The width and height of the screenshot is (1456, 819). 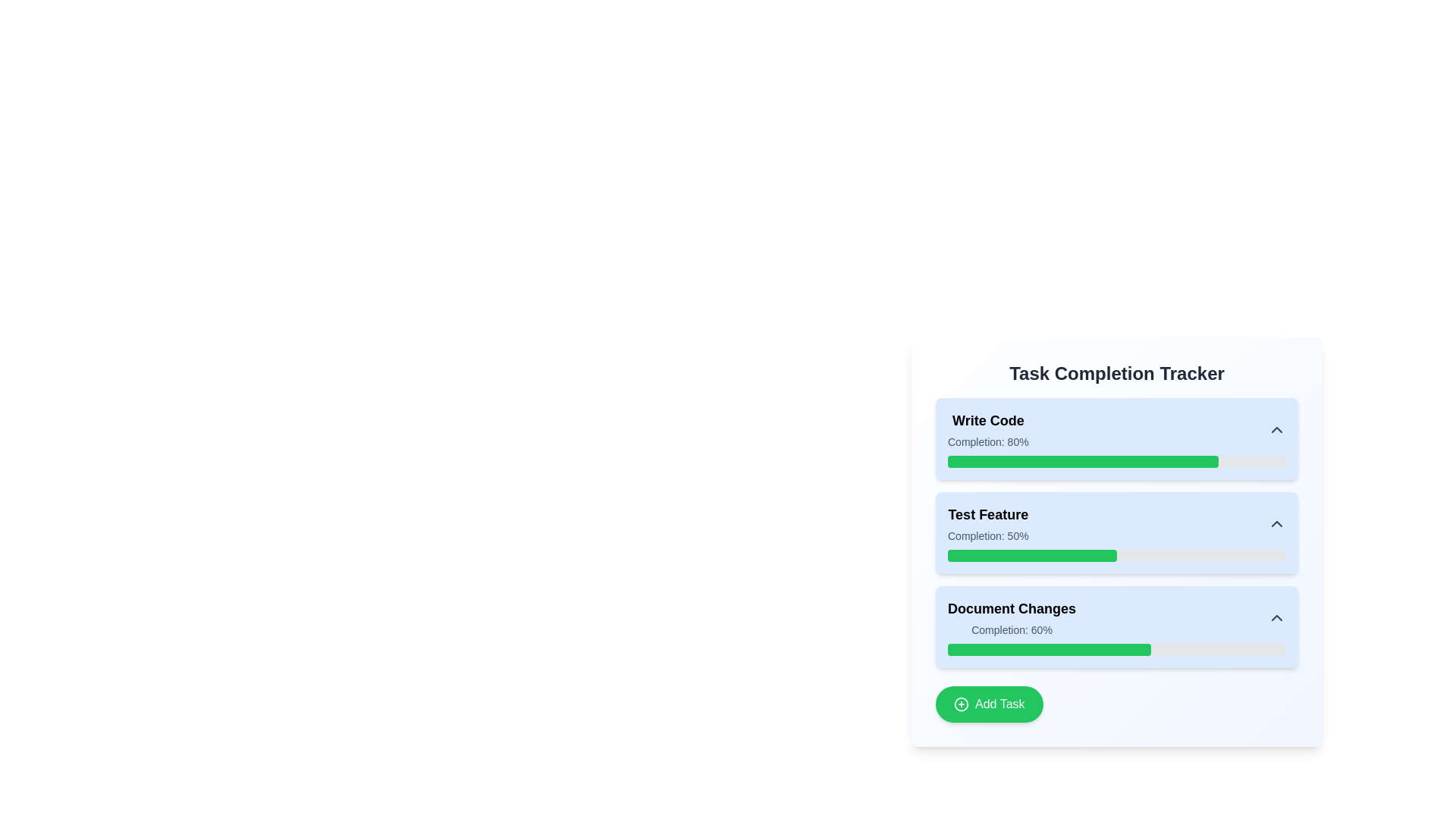 What do you see at coordinates (988, 535) in the screenshot?
I see `the informational text label that displays the completion percentage of the 'Test Feature' task, located below the title 'Test Feature' and above the green progress bar in the second card of a vertical stack` at bounding box center [988, 535].